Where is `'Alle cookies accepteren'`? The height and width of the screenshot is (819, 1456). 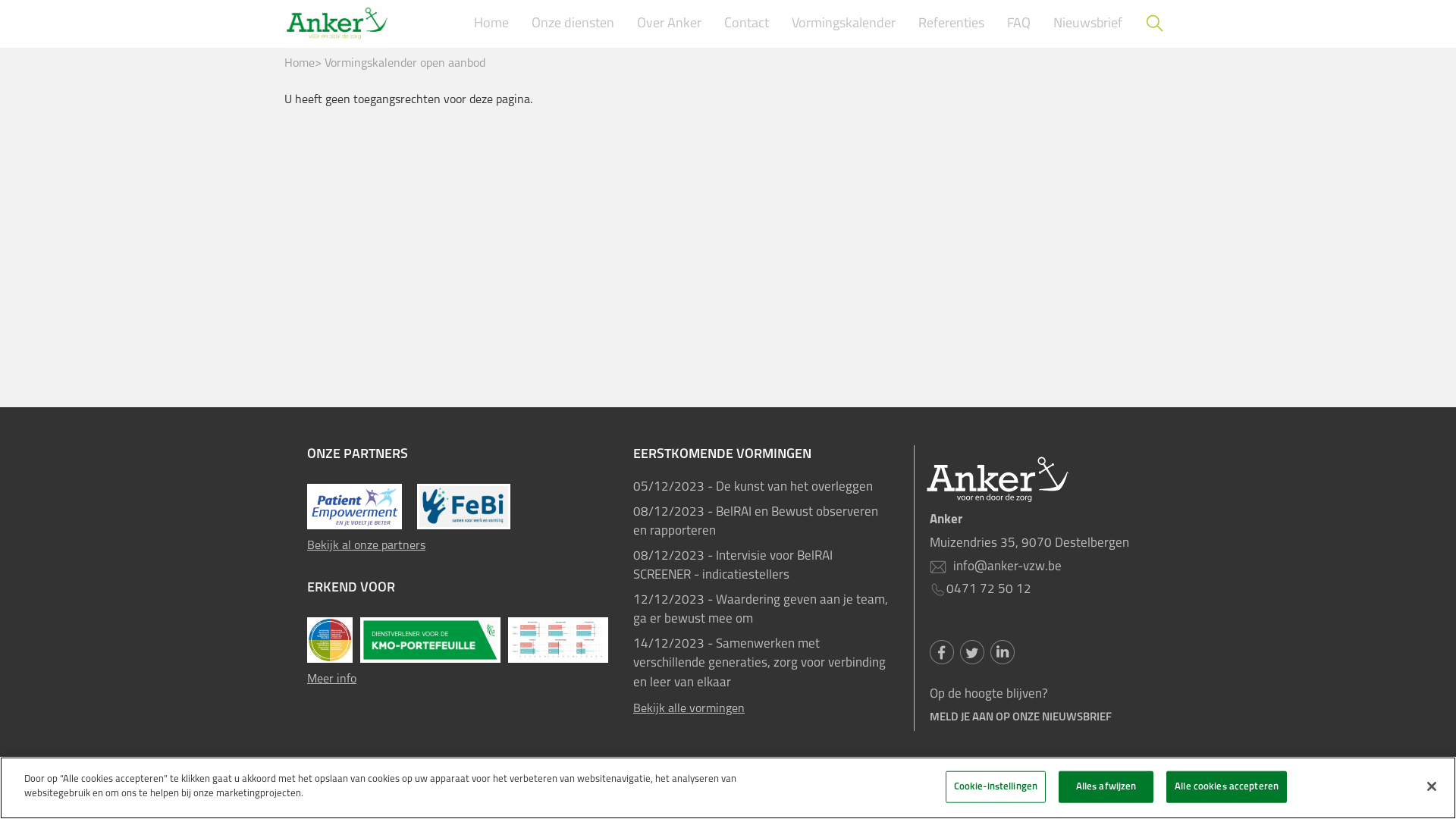 'Alle cookies accepteren' is located at coordinates (1165, 786).